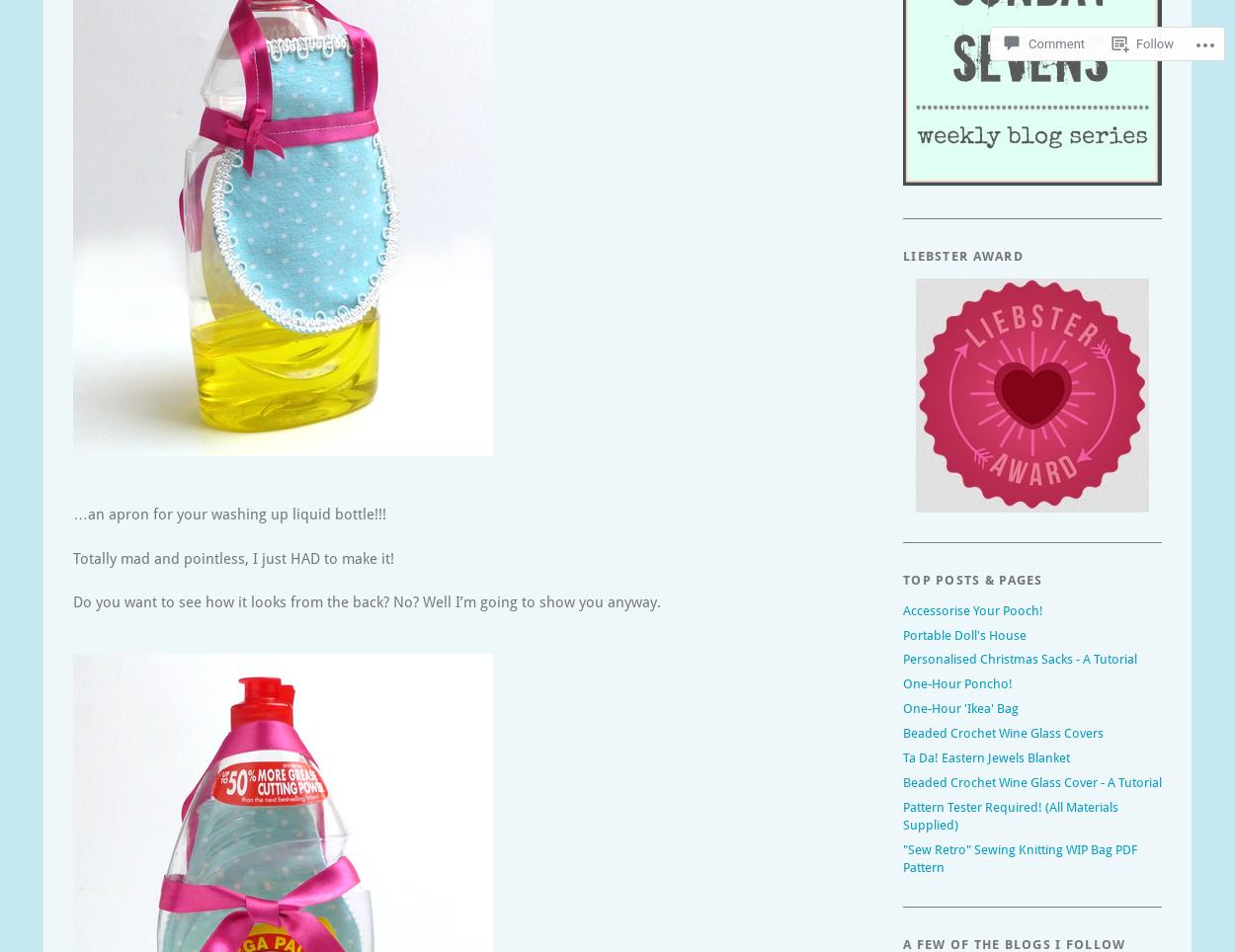  Describe the element at coordinates (985, 757) in the screenshot. I see `'Ta Da! Eastern Jewels Blanket'` at that location.